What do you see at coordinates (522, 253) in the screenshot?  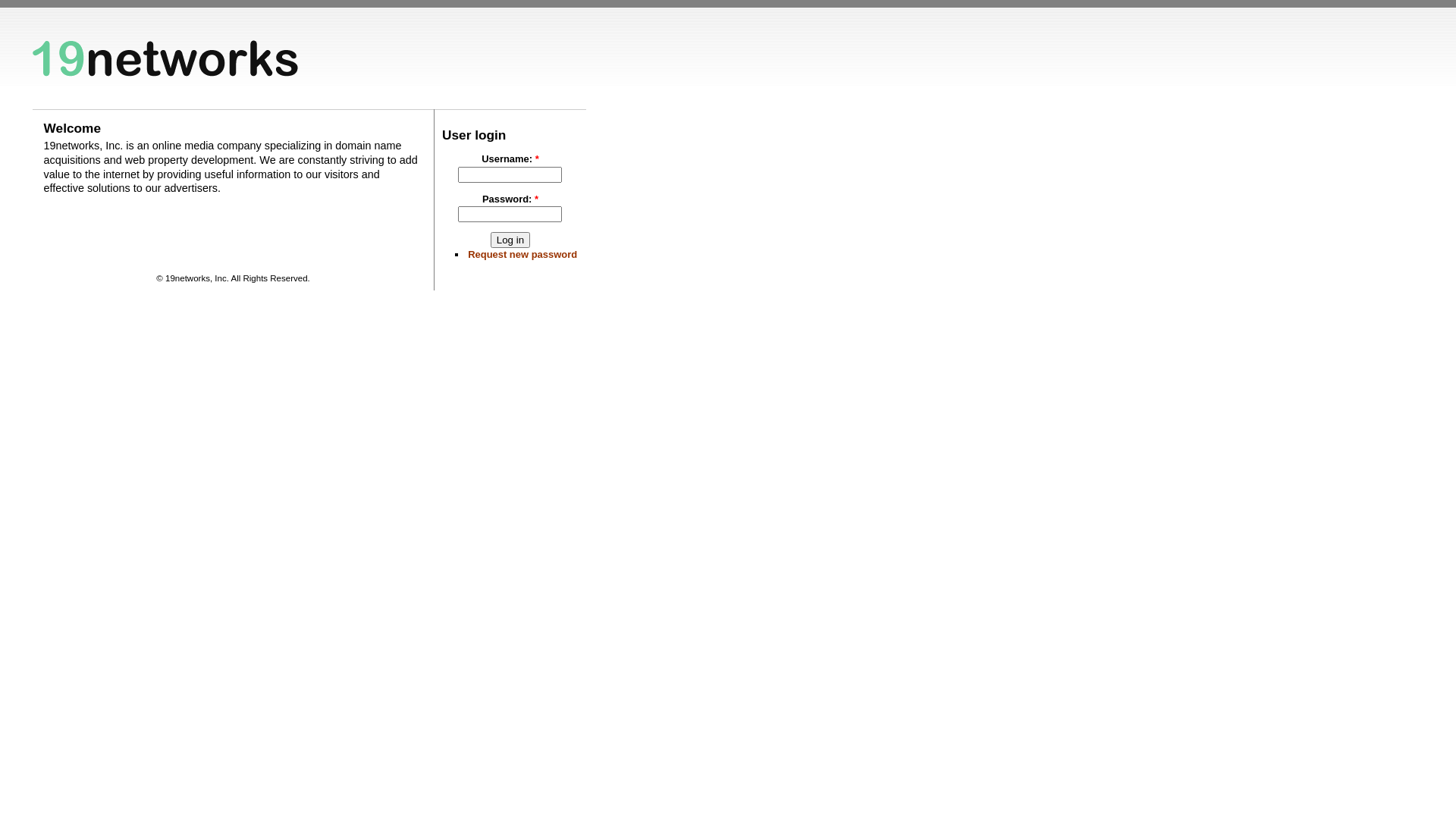 I see `'Request new password'` at bounding box center [522, 253].